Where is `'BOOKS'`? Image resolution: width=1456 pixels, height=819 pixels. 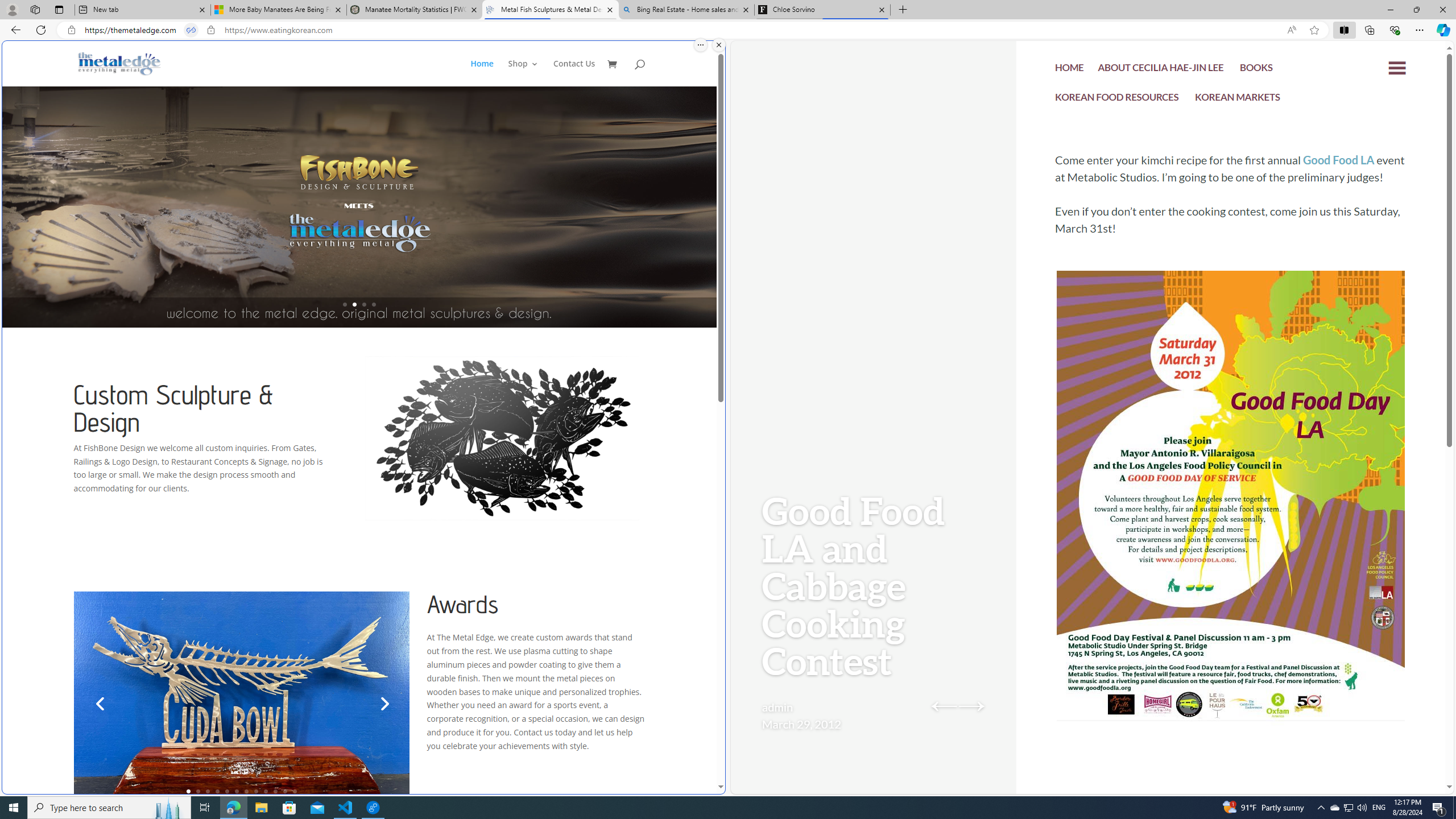
'BOOKS' is located at coordinates (1256, 69).